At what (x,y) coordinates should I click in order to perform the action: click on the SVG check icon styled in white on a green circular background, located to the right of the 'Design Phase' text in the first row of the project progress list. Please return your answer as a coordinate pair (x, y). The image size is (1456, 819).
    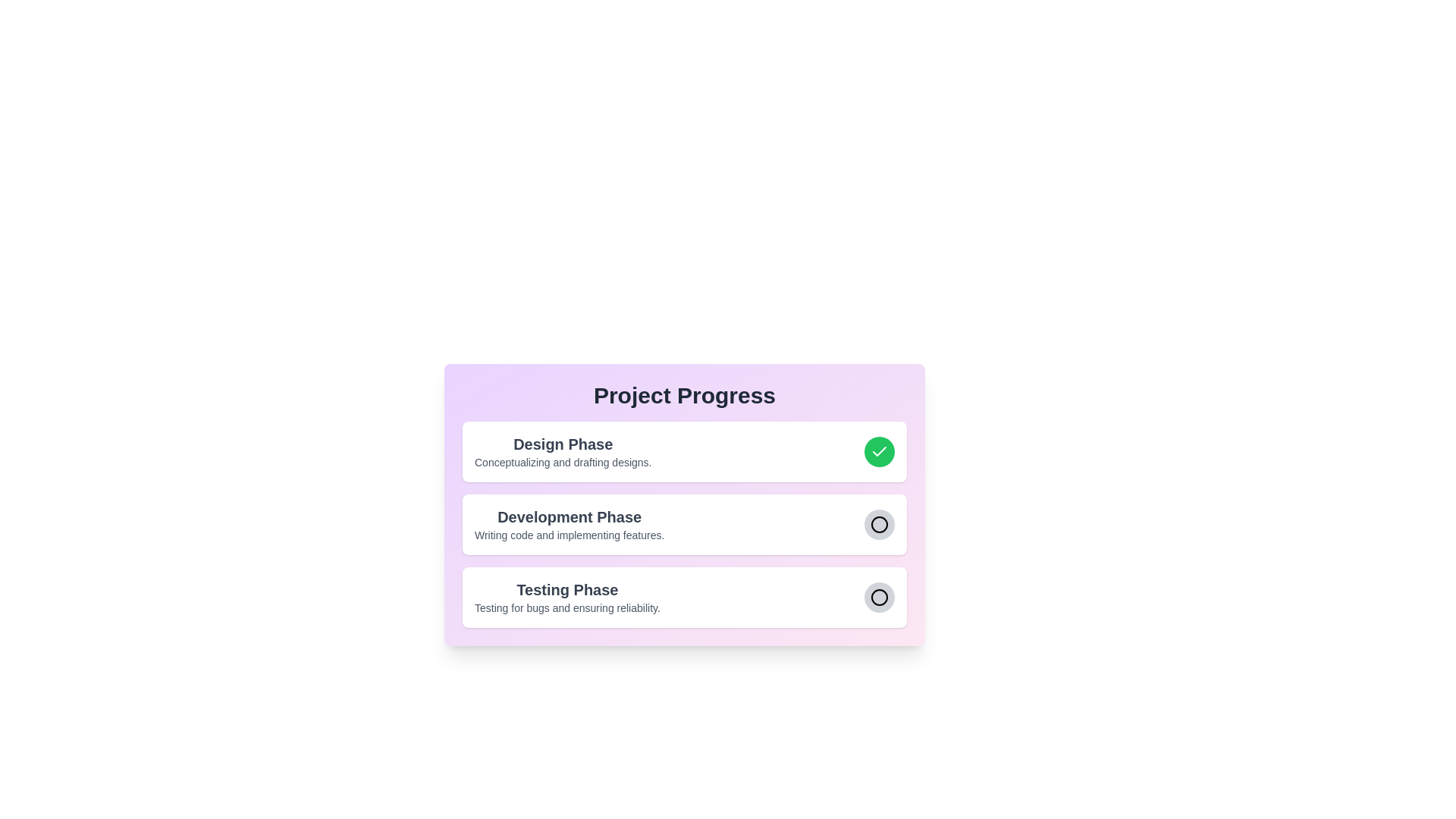
    Looking at the image, I should click on (880, 451).